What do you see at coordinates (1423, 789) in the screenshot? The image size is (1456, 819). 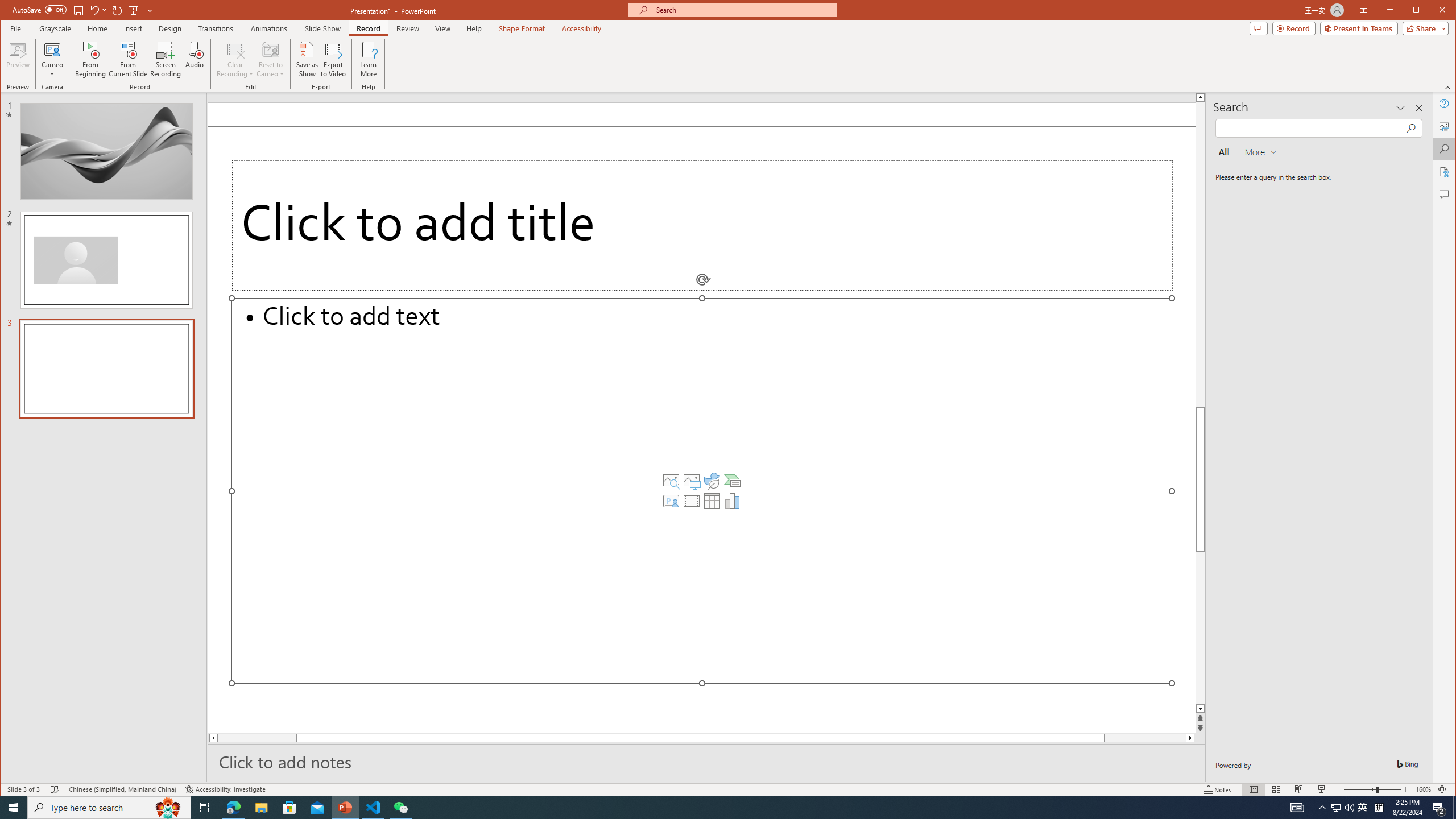 I see `'Zoom 160%'` at bounding box center [1423, 789].